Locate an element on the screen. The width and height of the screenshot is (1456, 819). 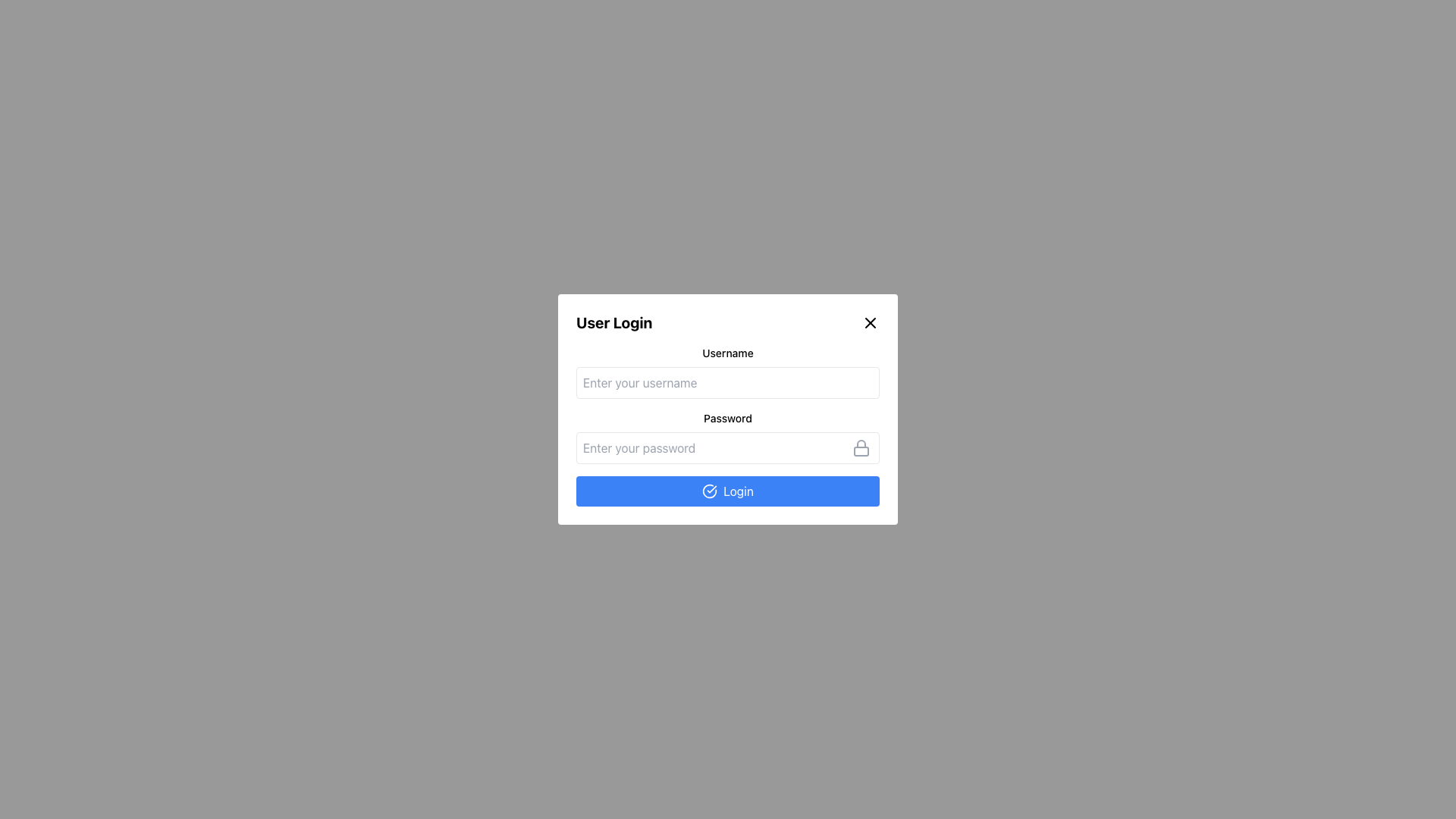
the button represented by an 'X' icon in the top-right corner of the 'User Login' dialog box to potentially reveal a hover effect is located at coordinates (870, 322).